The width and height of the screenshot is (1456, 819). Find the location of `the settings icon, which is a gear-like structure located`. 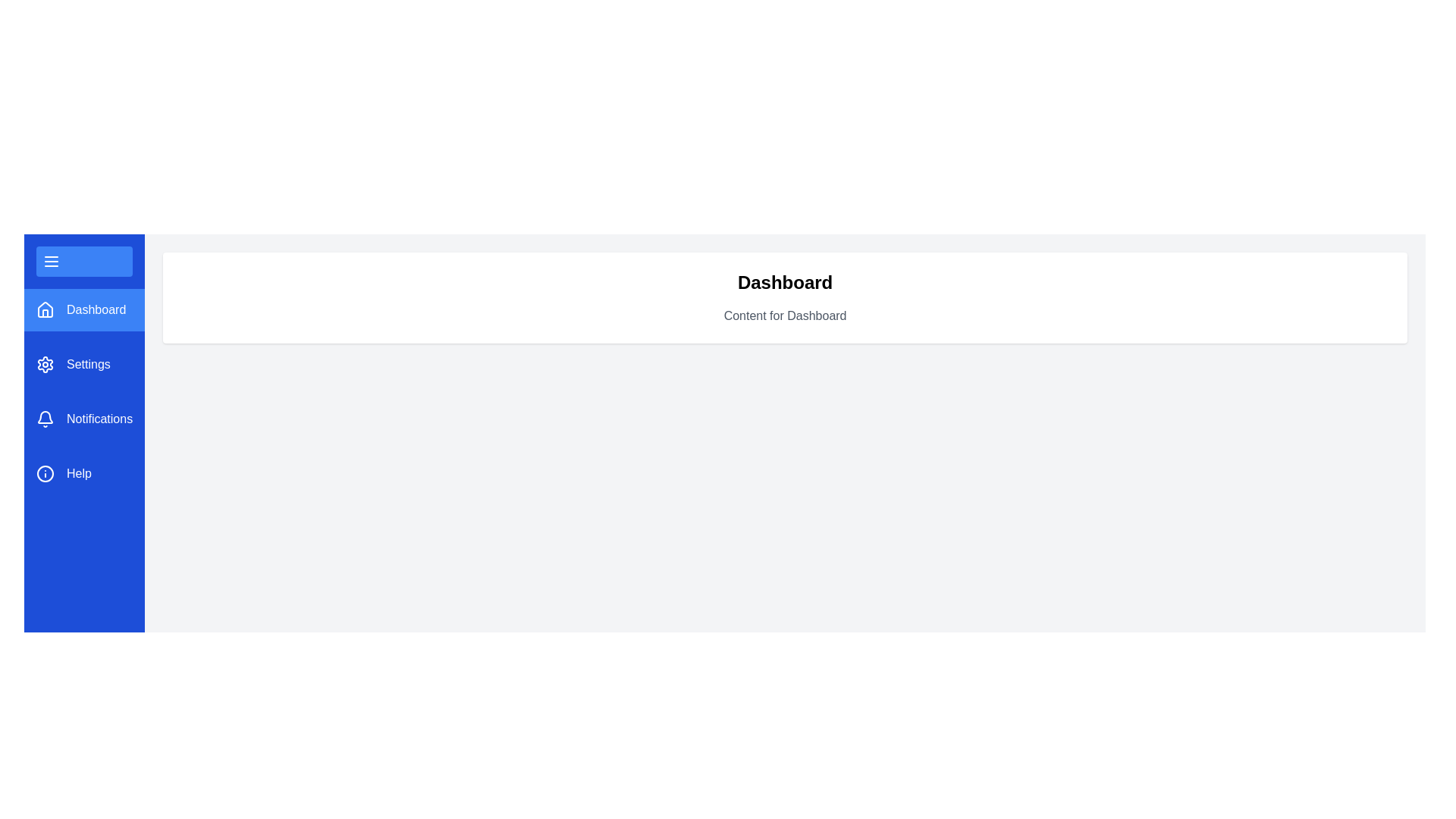

the settings icon, which is a gear-like structure located is located at coordinates (45, 365).